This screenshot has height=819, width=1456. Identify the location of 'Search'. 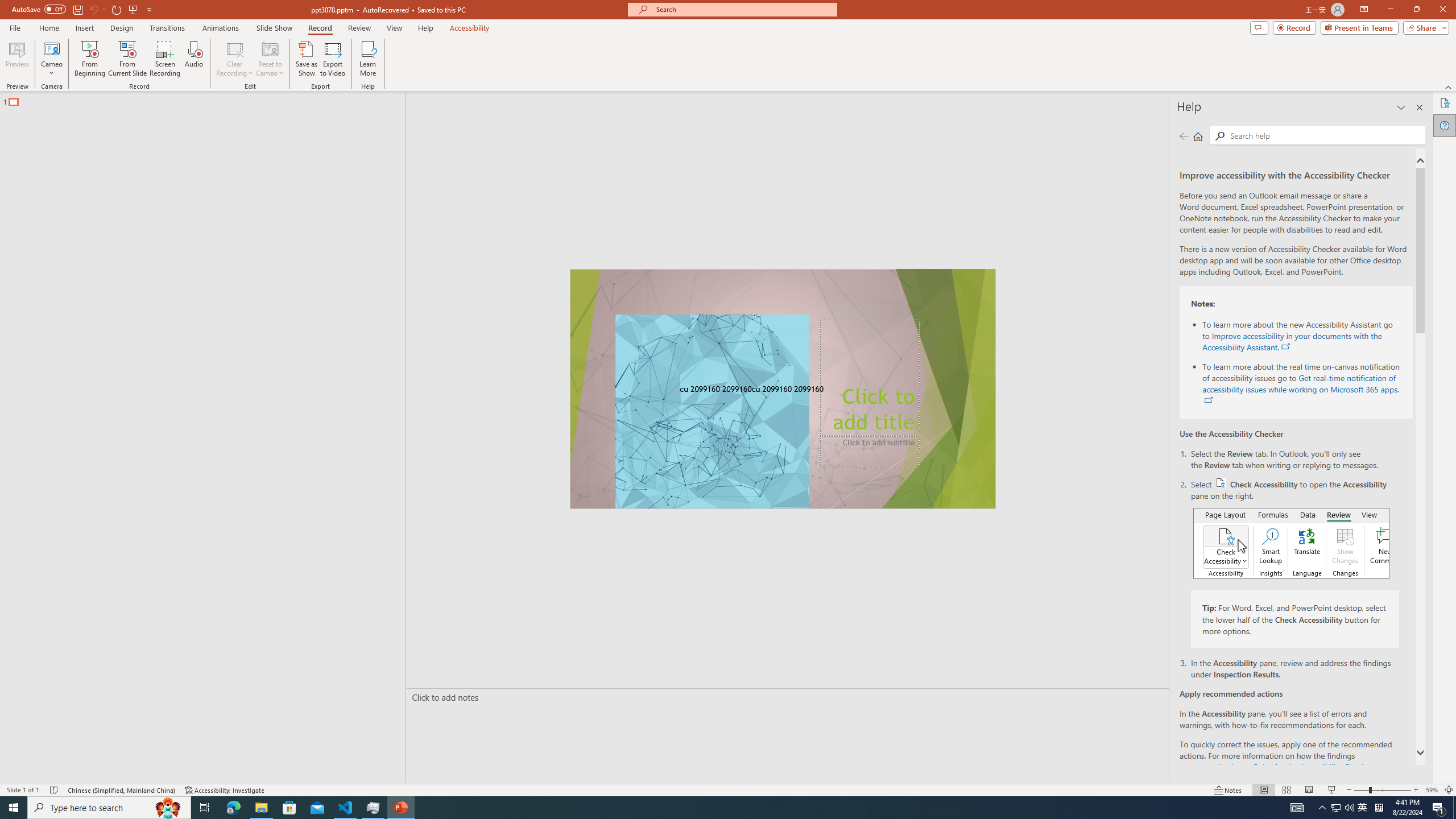
(1325, 135).